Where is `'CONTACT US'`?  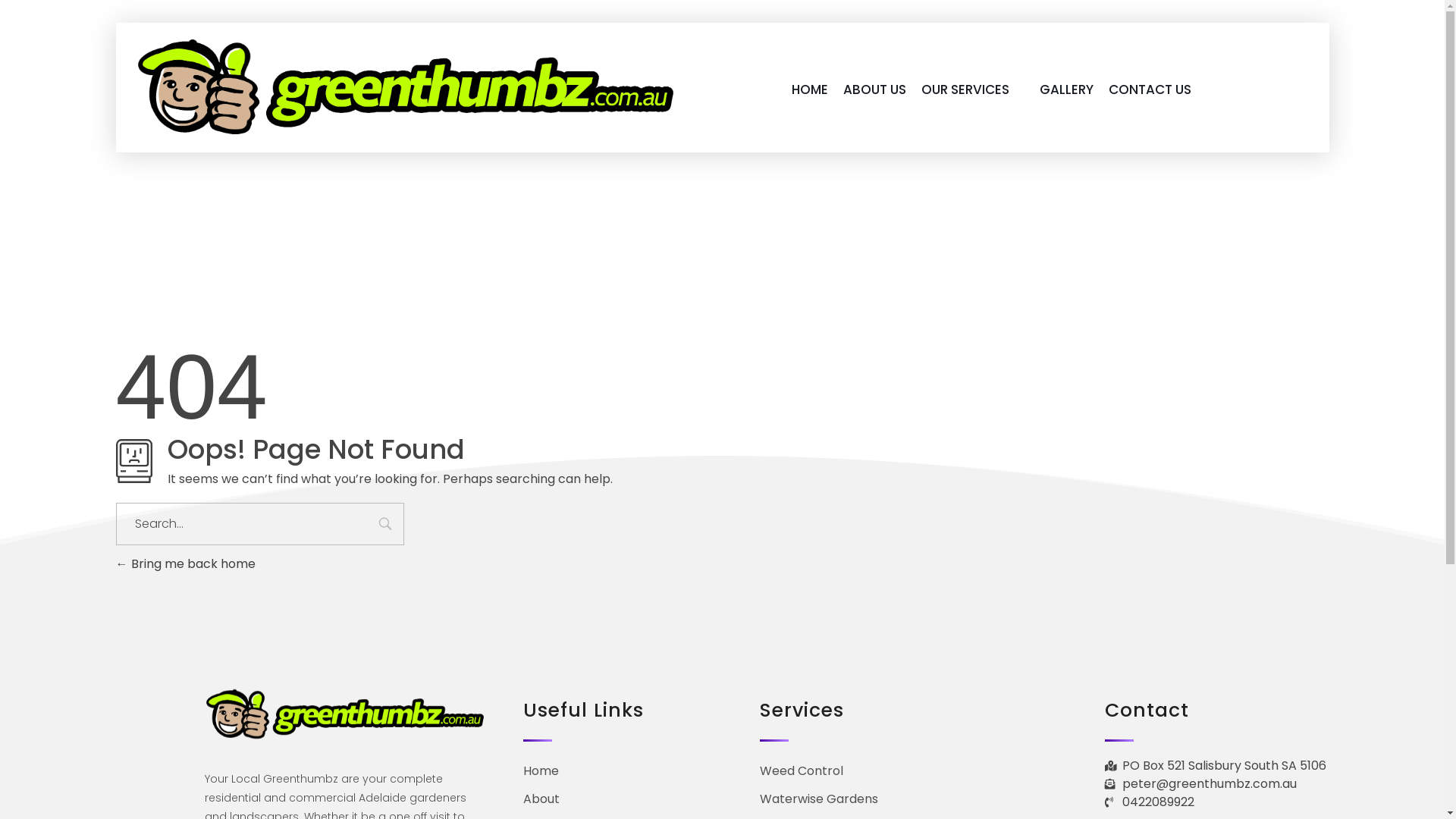
'CONTACT US' is located at coordinates (1150, 89).